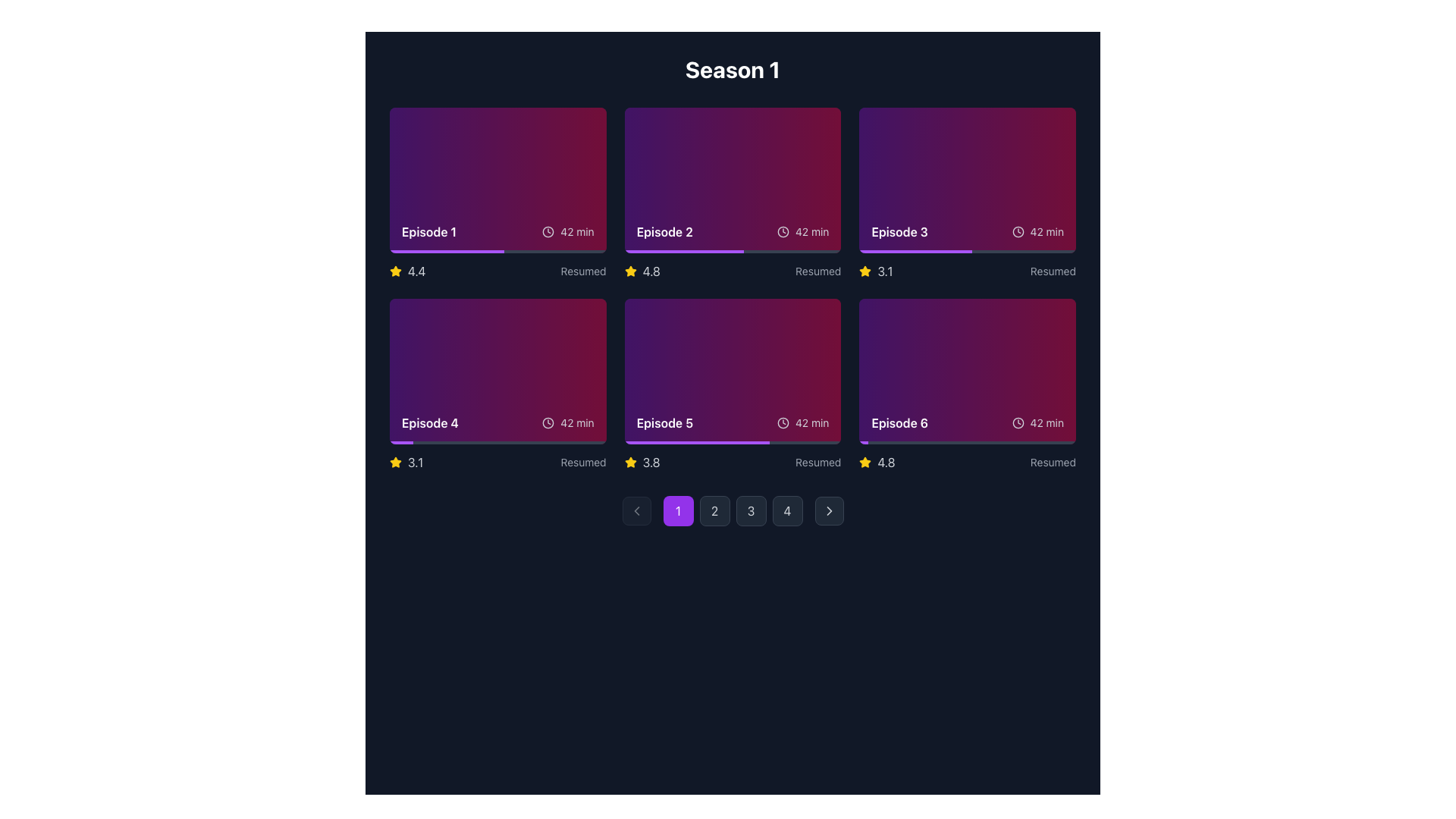 The image size is (1456, 819). What do you see at coordinates (802, 231) in the screenshot?
I see `the text display component showing '42 min' with a clock icon, located in the upper-right section of the 'Episode 2' card` at bounding box center [802, 231].